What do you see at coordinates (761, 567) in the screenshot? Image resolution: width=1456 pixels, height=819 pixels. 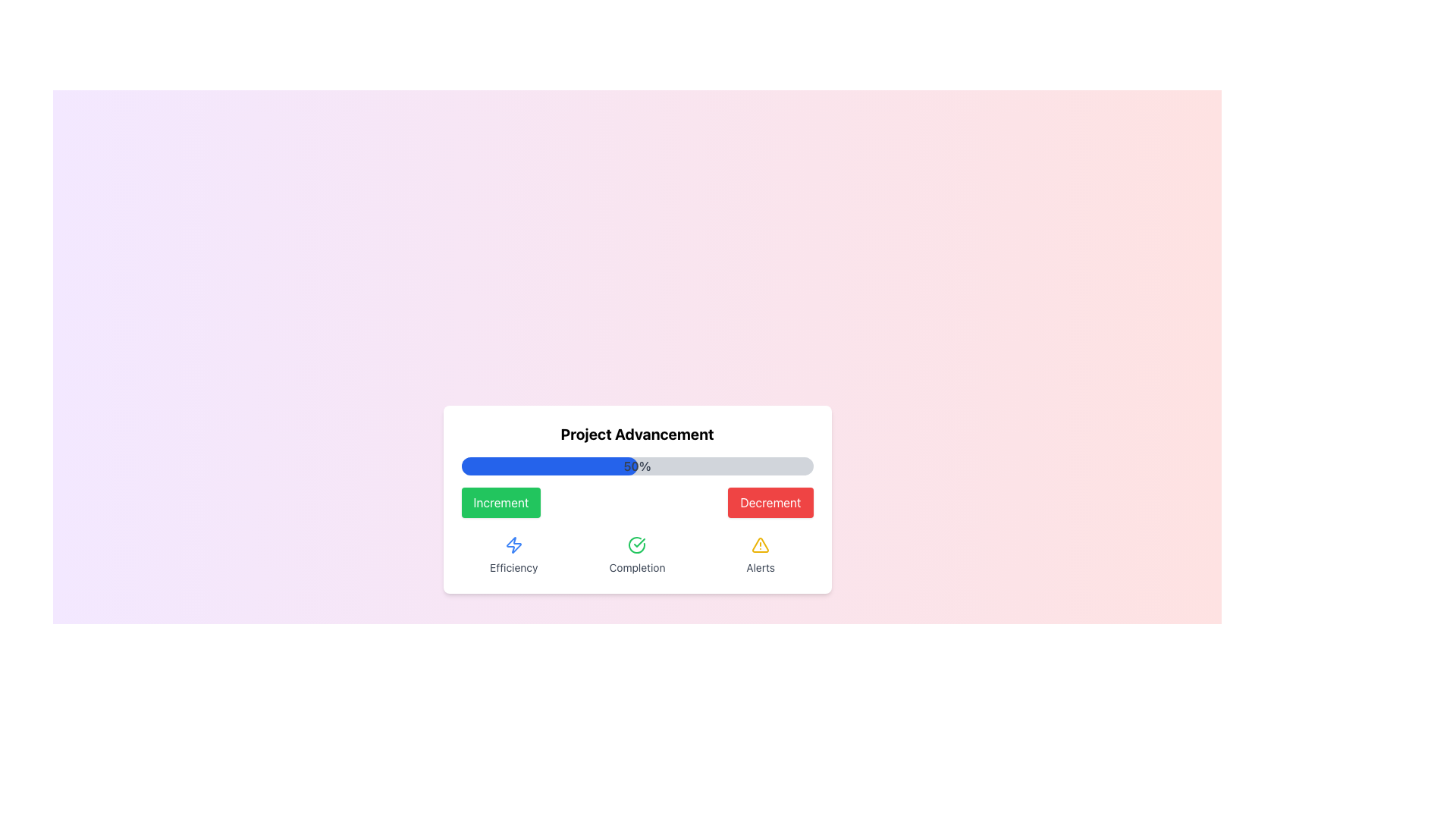 I see `the text label displaying the word 'Alerts', which is styled in gray and located below the warning triangle icon and the 'Decrement' button` at bounding box center [761, 567].